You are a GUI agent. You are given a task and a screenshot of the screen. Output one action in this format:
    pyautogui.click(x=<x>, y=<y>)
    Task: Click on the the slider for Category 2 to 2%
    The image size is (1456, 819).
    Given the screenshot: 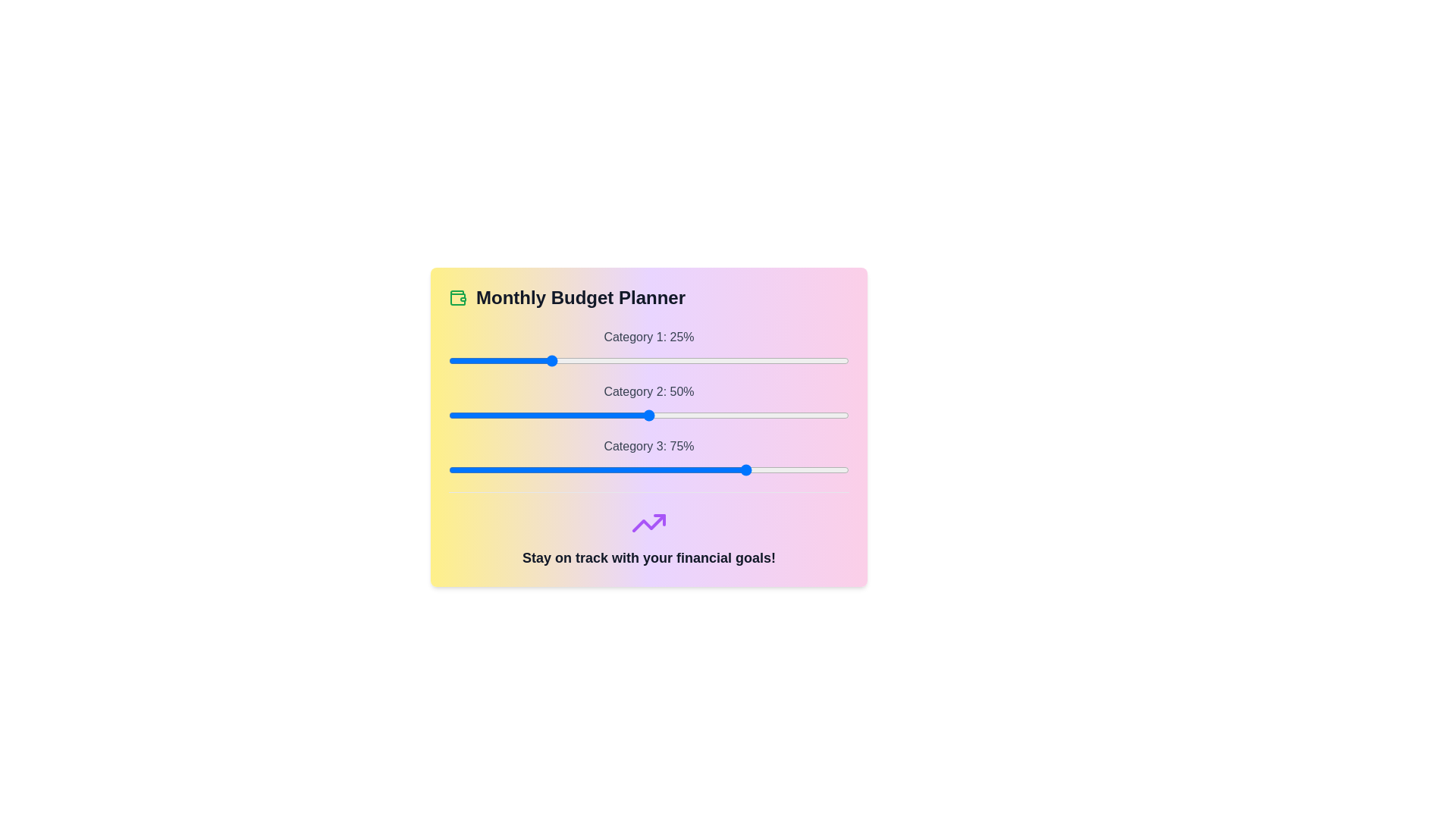 What is the action you would take?
    pyautogui.click(x=456, y=415)
    